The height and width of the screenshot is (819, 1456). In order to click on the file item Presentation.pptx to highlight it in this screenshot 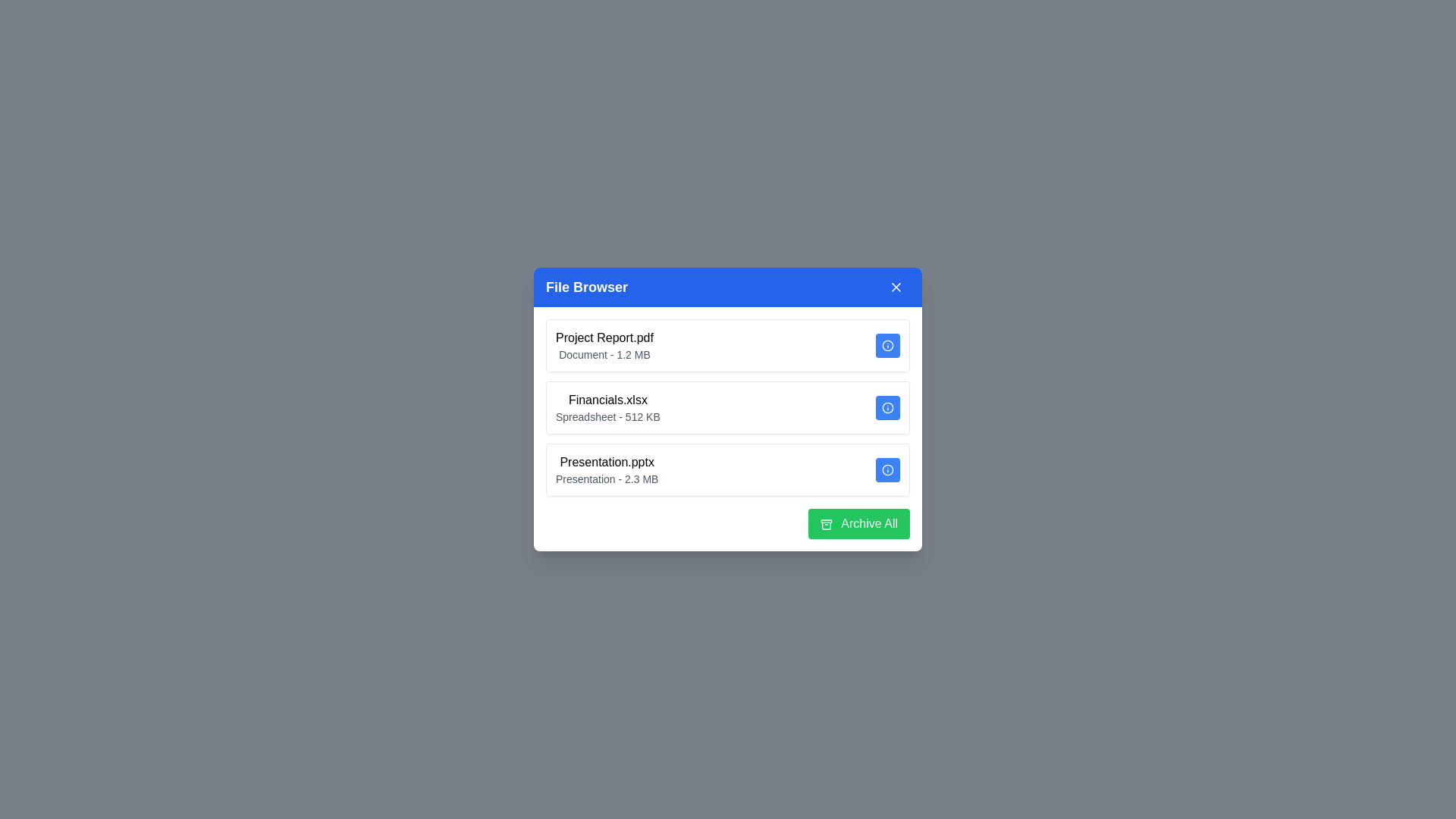, I will do `click(728, 469)`.